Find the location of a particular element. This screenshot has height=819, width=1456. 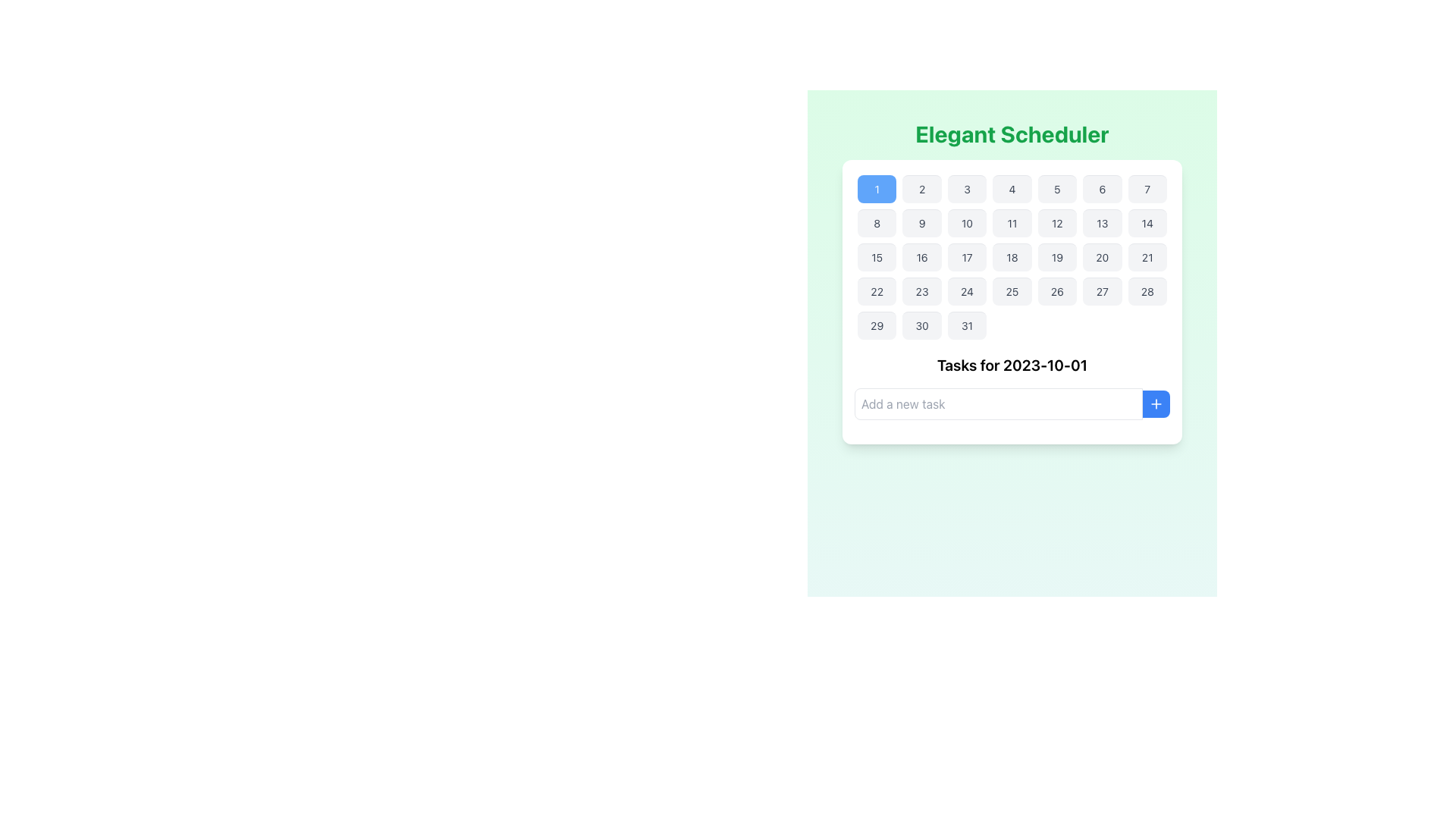

the small rectangular button labeled '4' in the calendar grid, located in the first row and fourth column is located at coordinates (1012, 188).